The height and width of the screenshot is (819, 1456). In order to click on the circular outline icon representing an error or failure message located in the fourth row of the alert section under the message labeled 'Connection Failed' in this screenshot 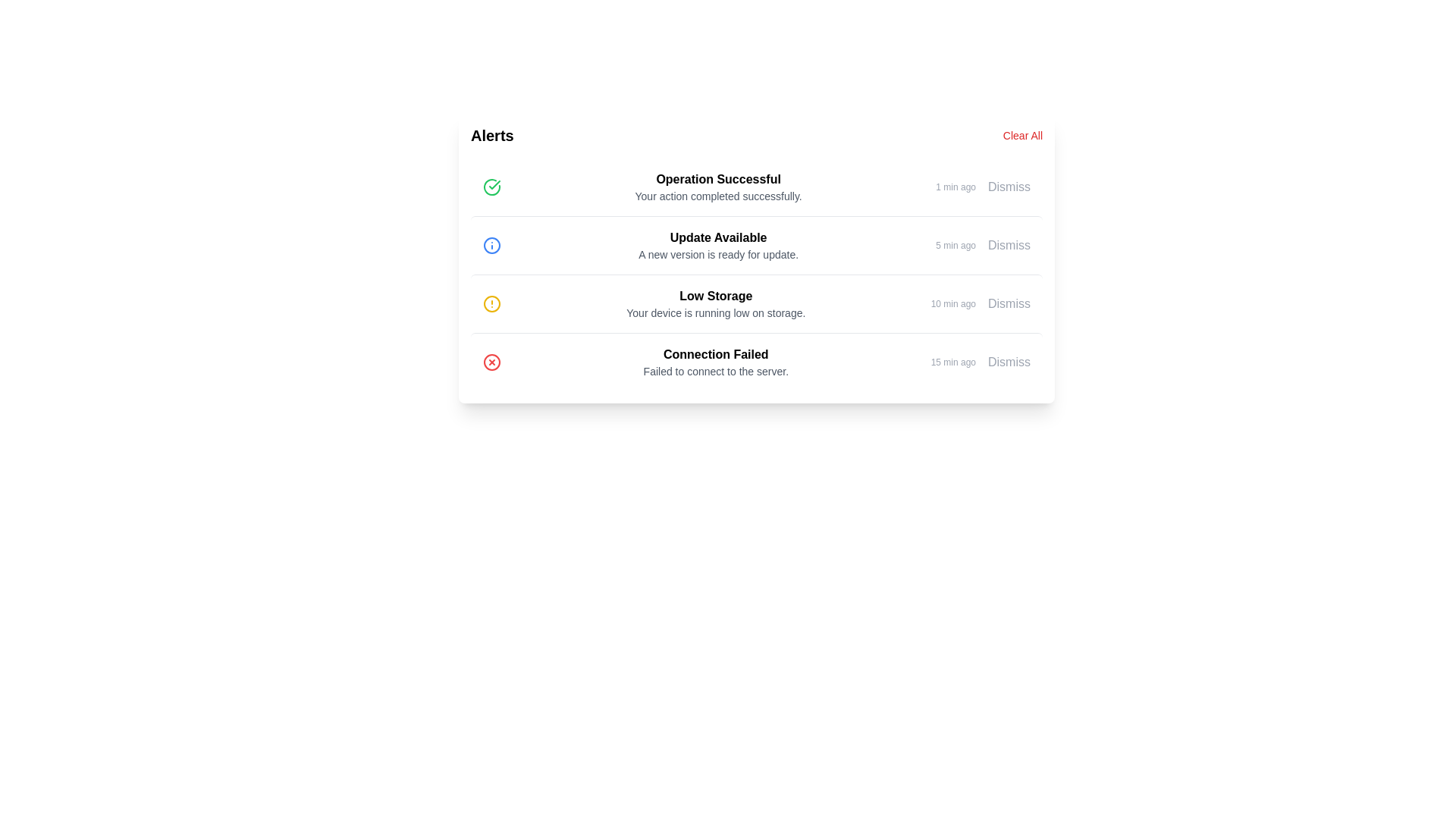, I will do `click(491, 362)`.